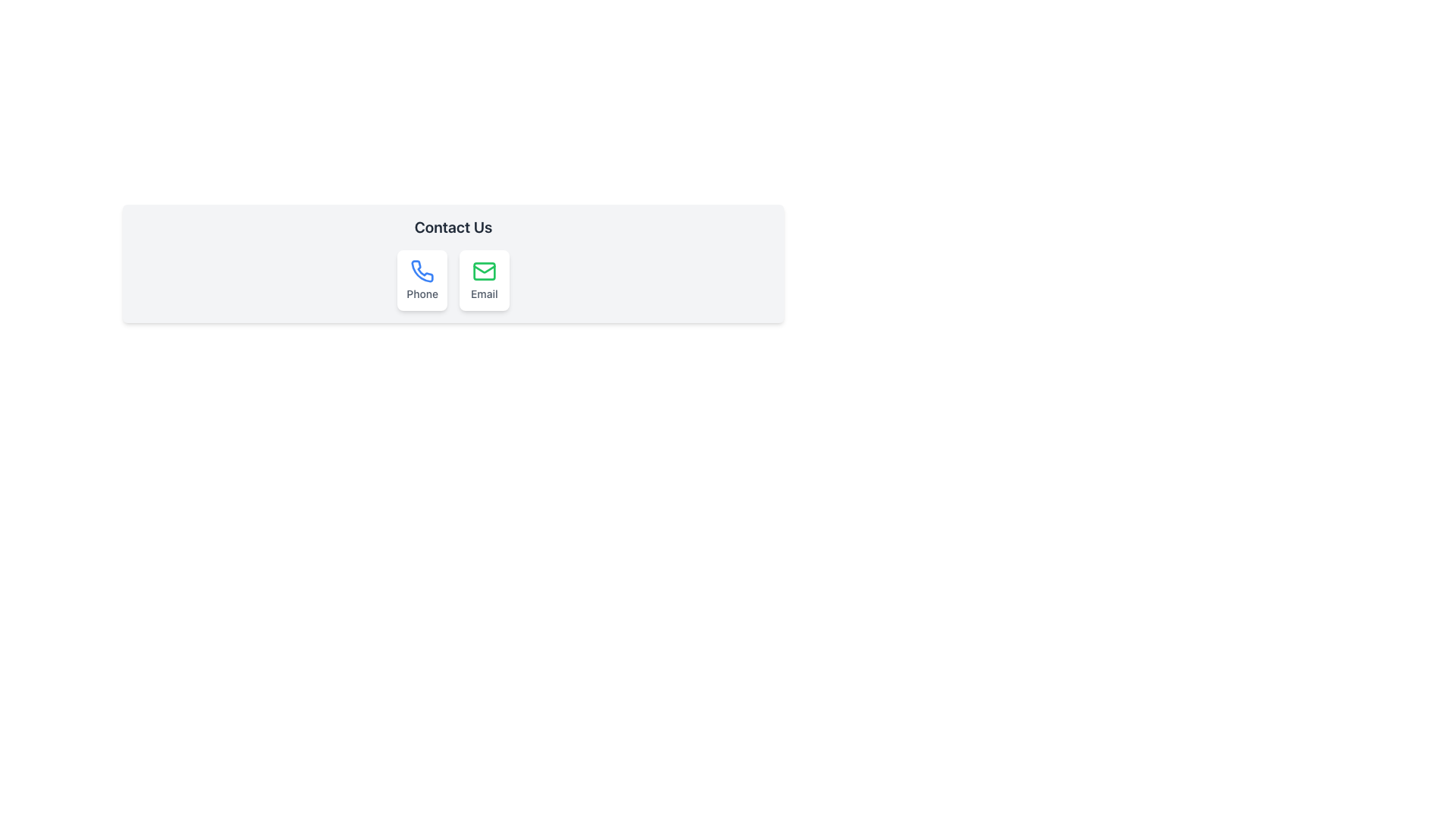 The width and height of the screenshot is (1456, 819). Describe the element at coordinates (483, 271) in the screenshot. I see `the email icon located in the contact section of the interface, which is positioned to the right of the Phone box and to the left of the Email text label, to initiate email communication` at that location.